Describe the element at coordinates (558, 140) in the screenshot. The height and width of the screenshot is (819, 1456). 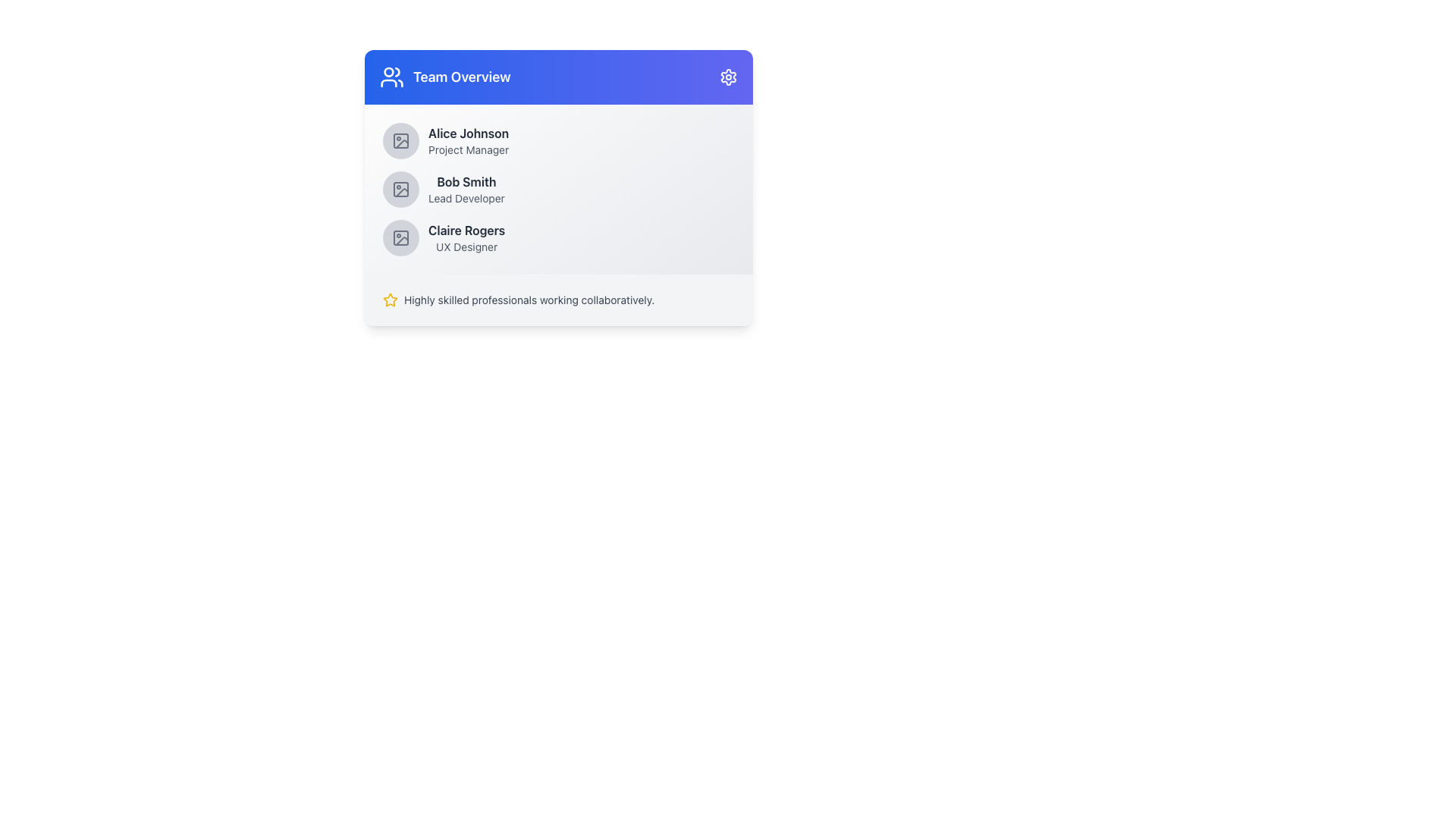
I see `the User Information Card, which displays user details and is located directly above the cards for 'Bob Smith' and 'Claire Rogers'` at that location.